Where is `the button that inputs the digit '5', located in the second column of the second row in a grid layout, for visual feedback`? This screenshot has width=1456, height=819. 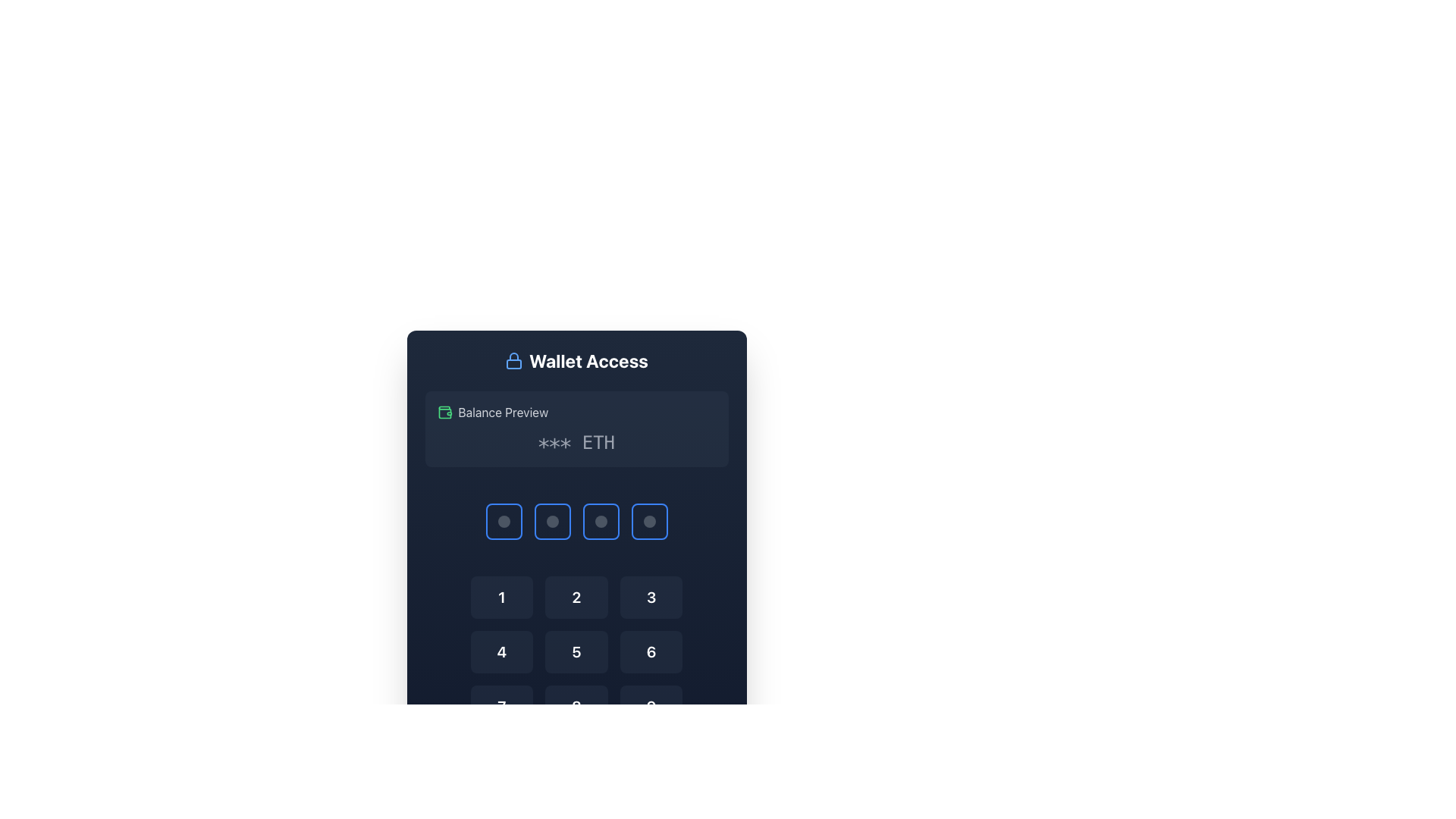 the button that inputs the digit '5', located in the second column of the second row in a grid layout, for visual feedback is located at coordinates (576, 651).